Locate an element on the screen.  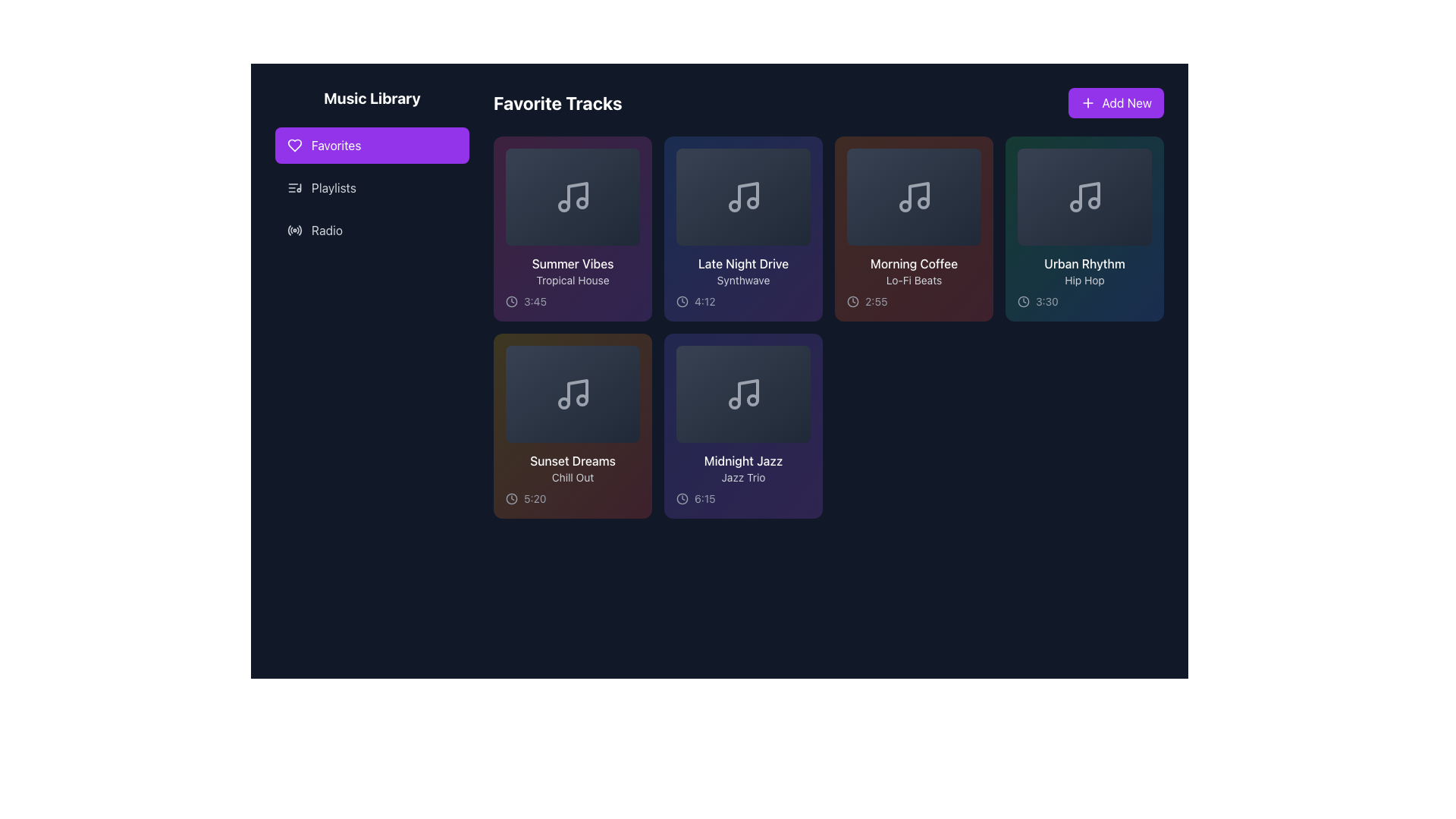
the interactive card for the music track 'Sunset Dreams' is located at coordinates (572, 426).